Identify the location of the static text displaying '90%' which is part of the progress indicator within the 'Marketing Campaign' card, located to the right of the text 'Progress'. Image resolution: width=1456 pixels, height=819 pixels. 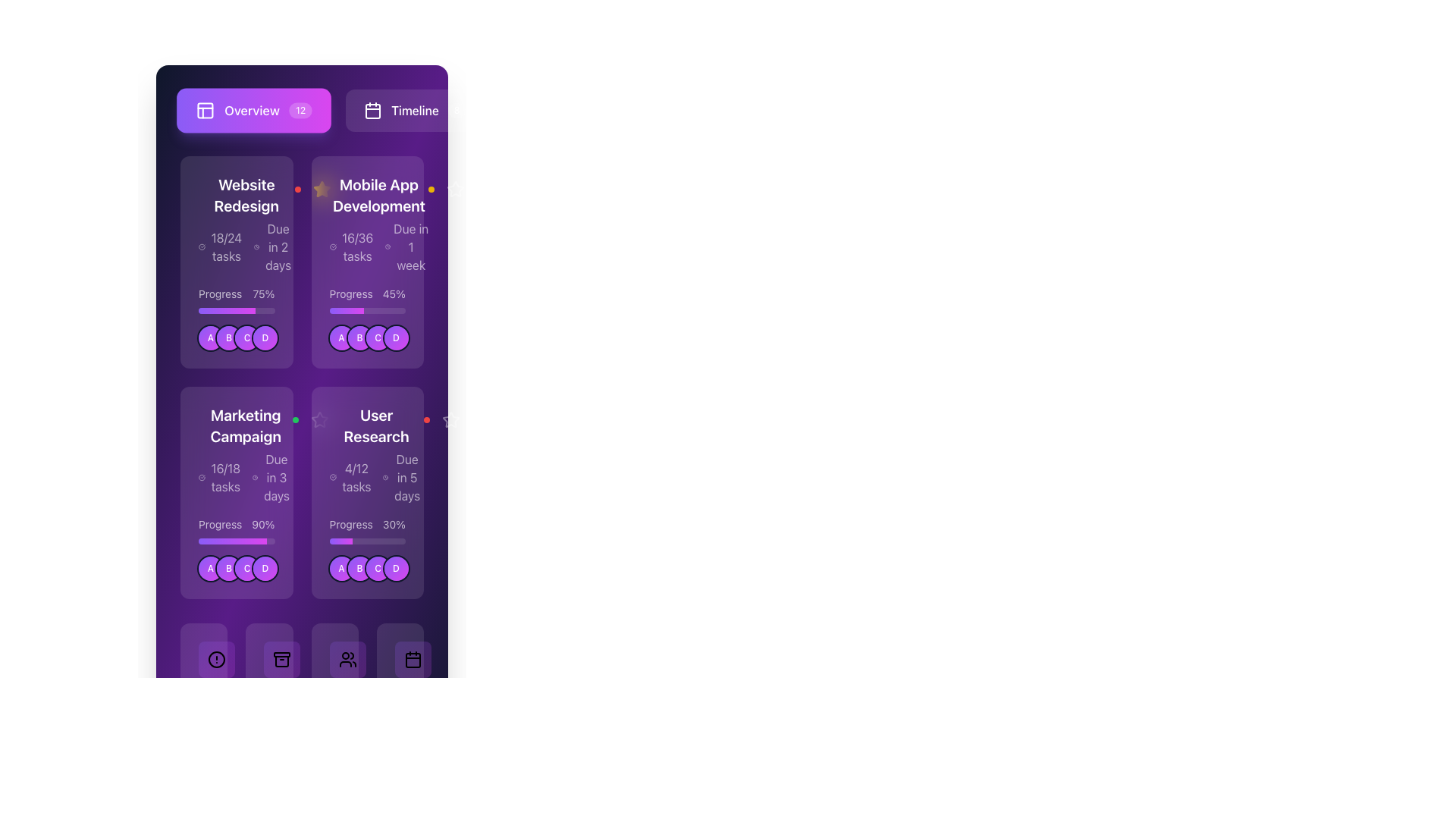
(263, 523).